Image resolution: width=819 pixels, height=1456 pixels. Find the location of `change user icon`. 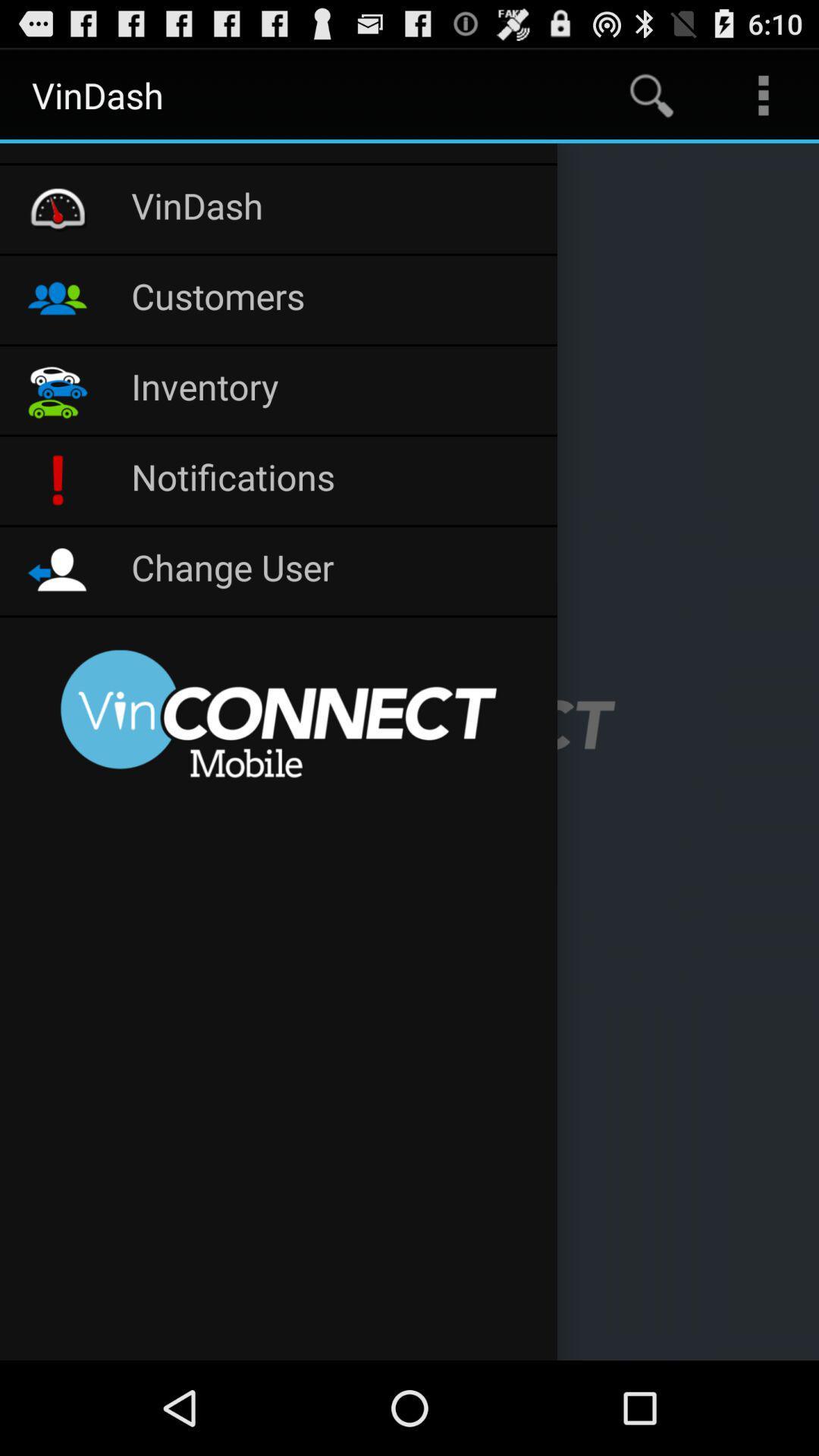

change user icon is located at coordinates (335, 570).